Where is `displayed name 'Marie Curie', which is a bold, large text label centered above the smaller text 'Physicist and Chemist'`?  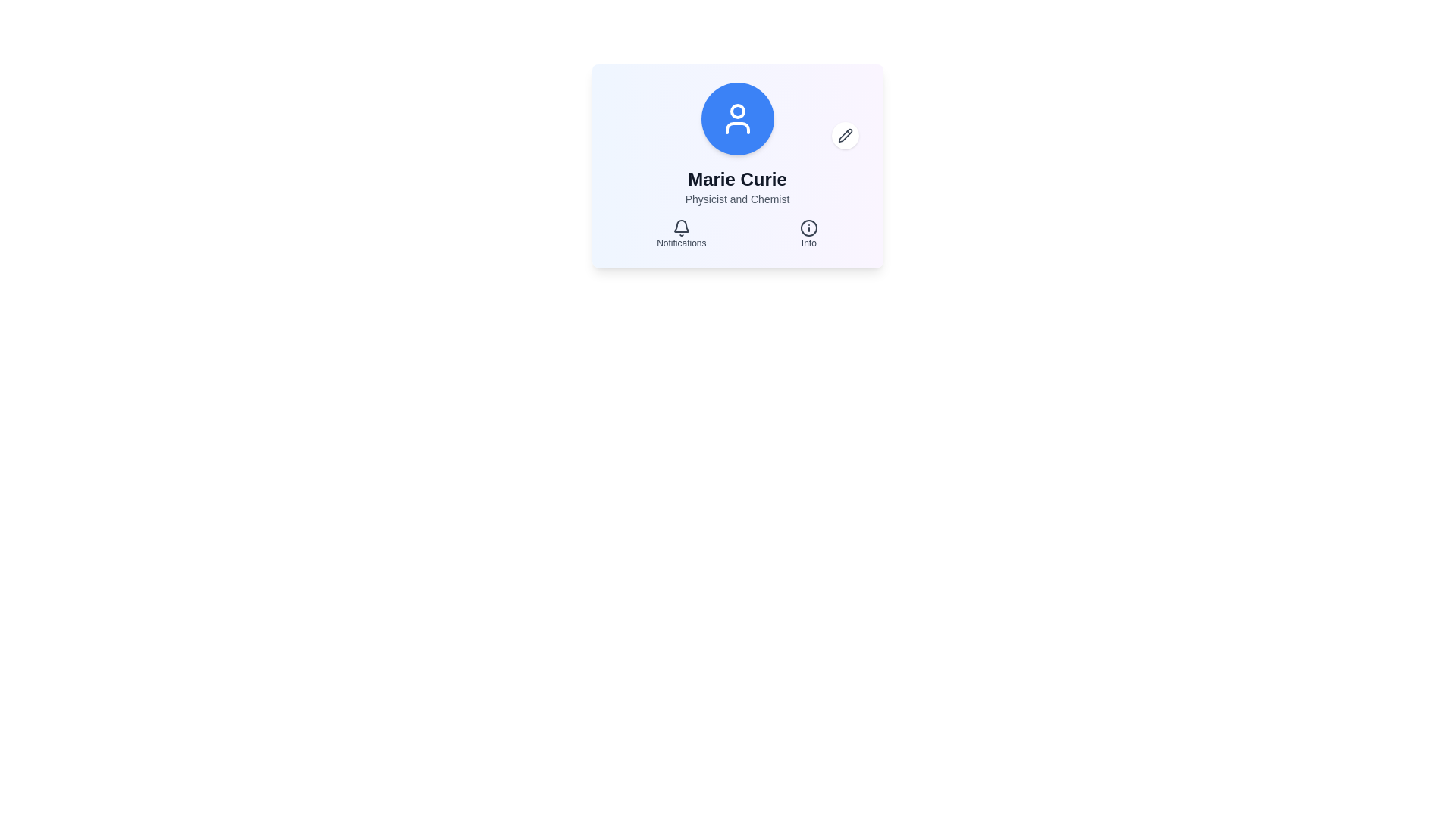 displayed name 'Marie Curie', which is a bold, large text label centered above the smaller text 'Physicist and Chemist' is located at coordinates (737, 178).